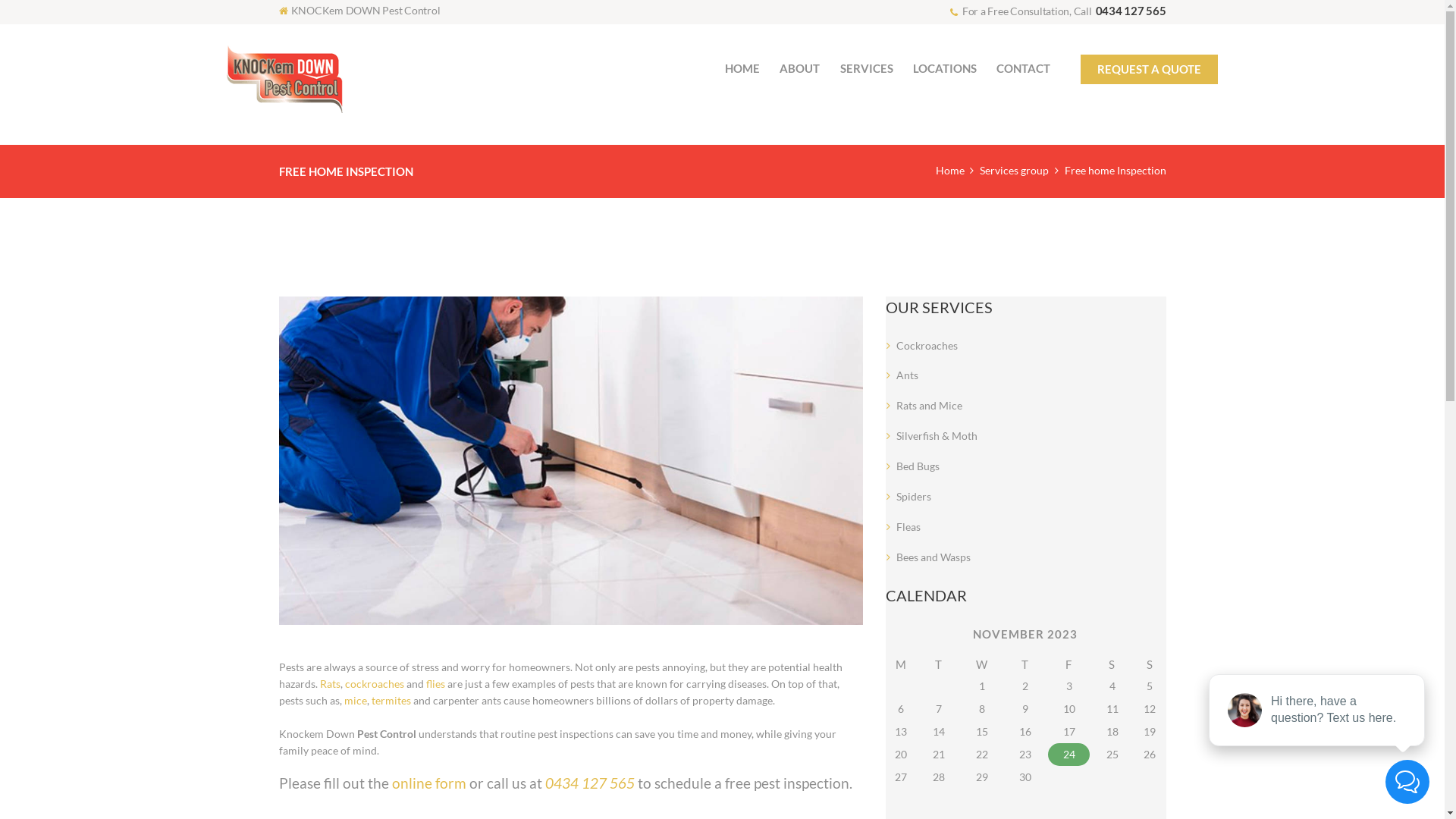 The width and height of the screenshot is (1456, 819). What do you see at coordinates (391, 700) in the screenshot?
I see `'termites'` at bounding box center [391, 700].